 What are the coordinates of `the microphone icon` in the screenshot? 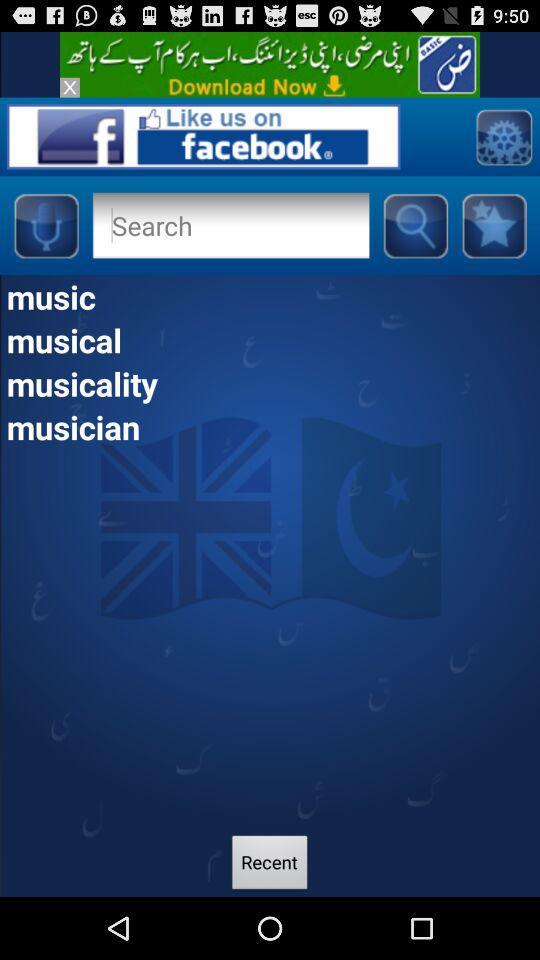 It's located at (45, 240).